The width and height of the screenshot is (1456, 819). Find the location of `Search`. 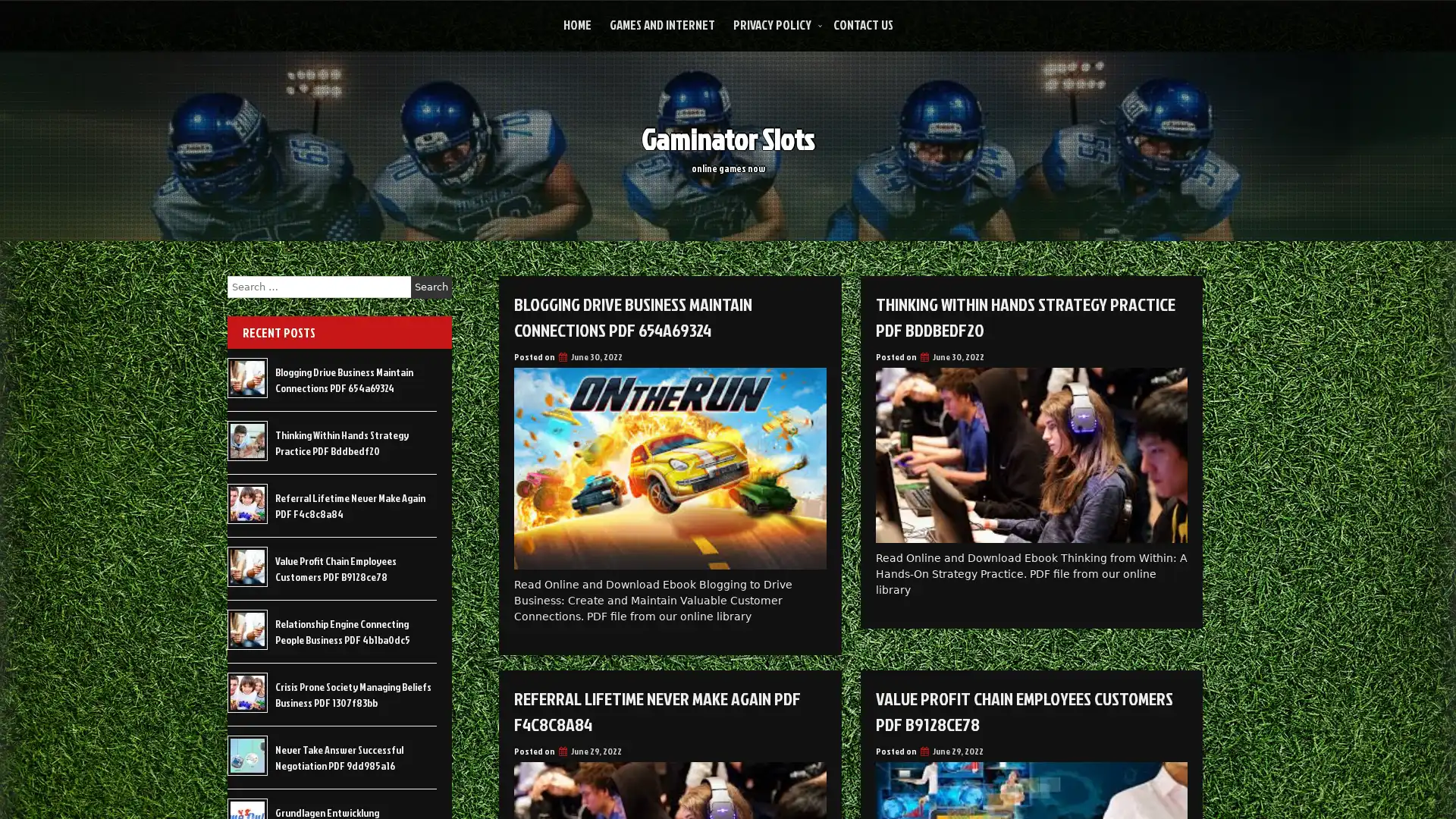

Search is located at coordinates (431, 287).